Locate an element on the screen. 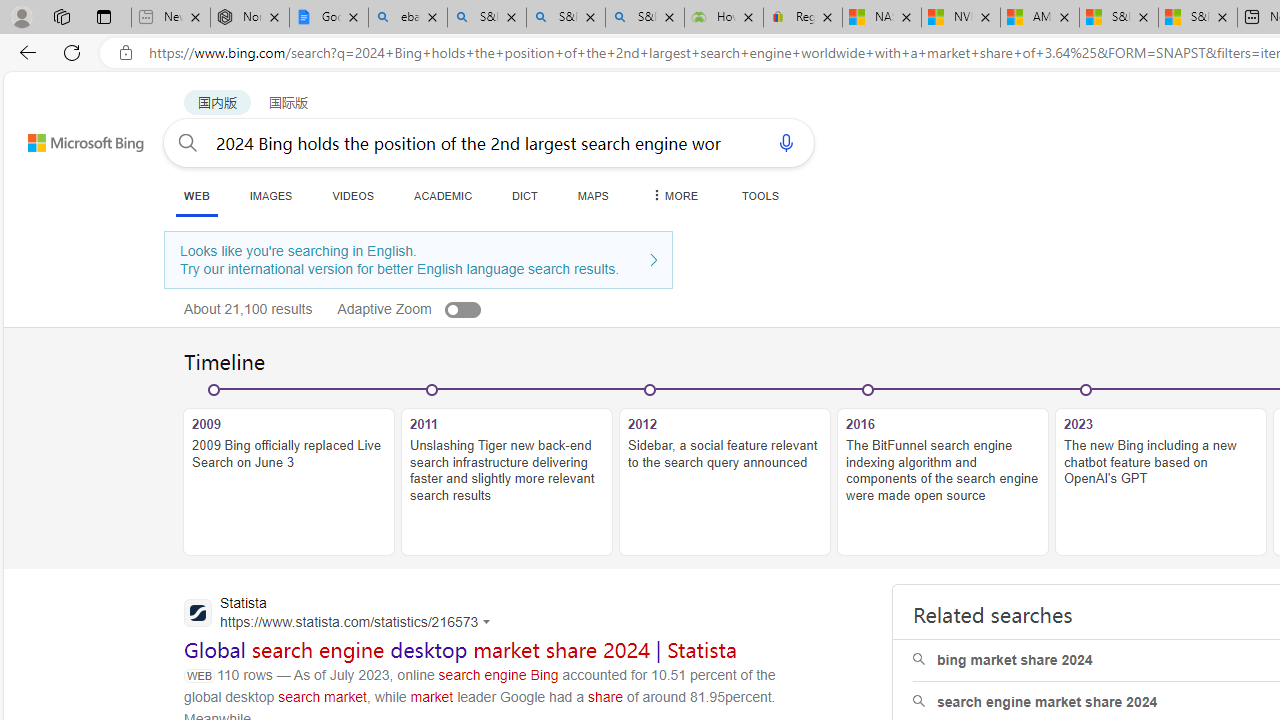 The image size is (1280, 720). 'Back to Bing search' is located at coordinates (73, 137).